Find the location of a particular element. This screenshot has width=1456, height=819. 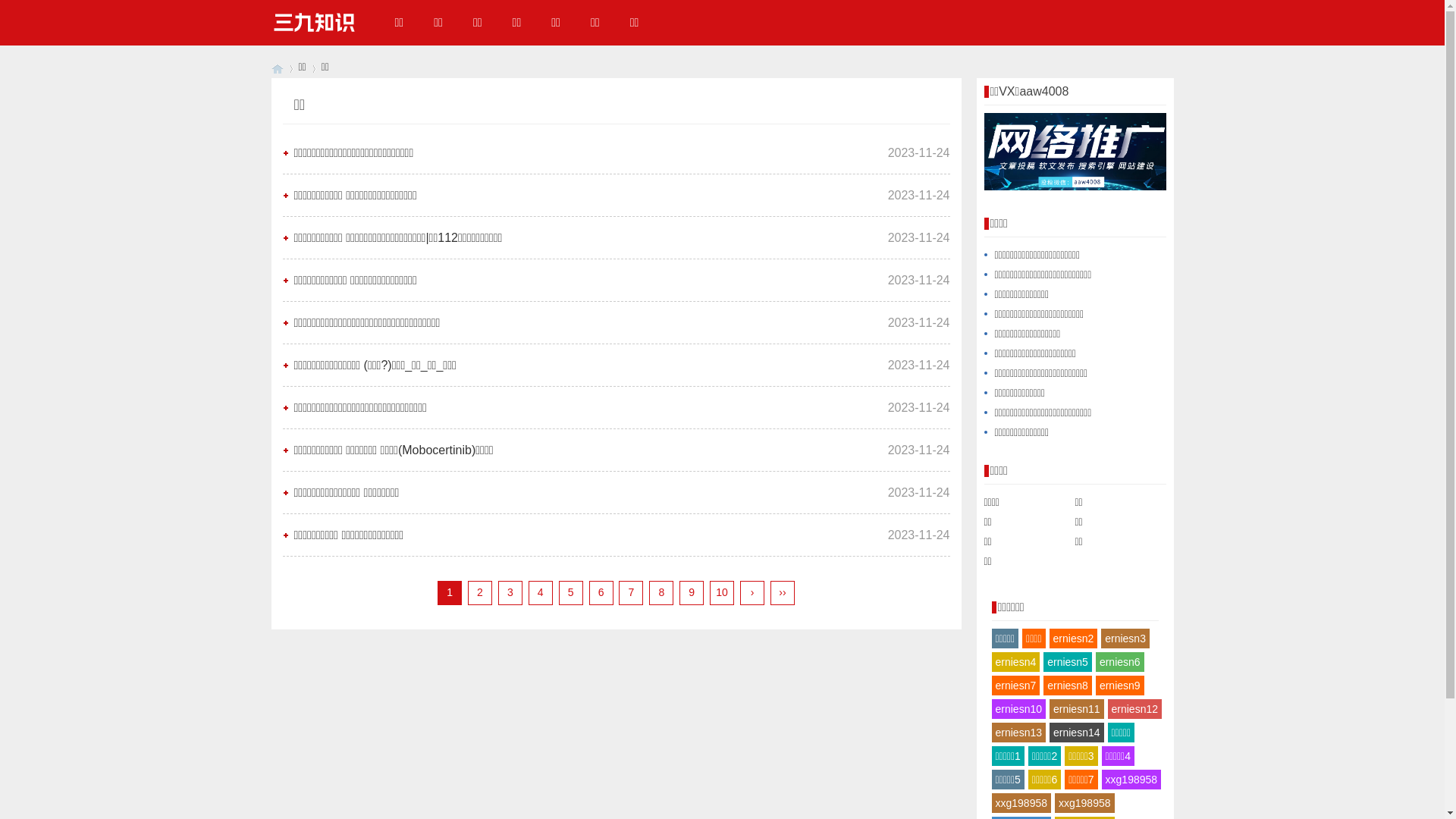

'erniesn13' is located at coordinates (1019, 731).